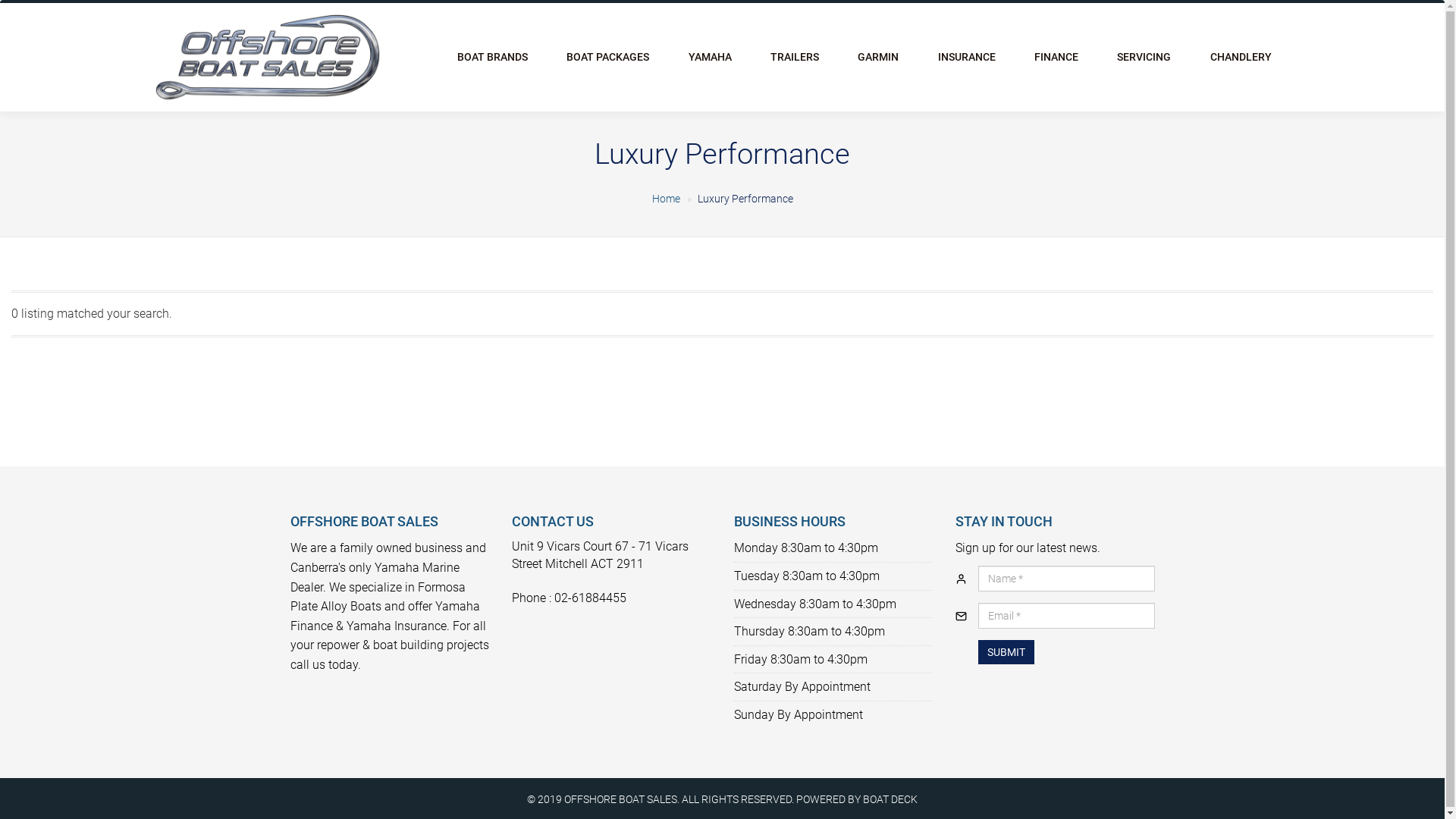 The width and height of the screenshot is (1456, 819). Describe the element at coordinates (878, 56) in the screenshot. I see `'GARMIN'` at that location.